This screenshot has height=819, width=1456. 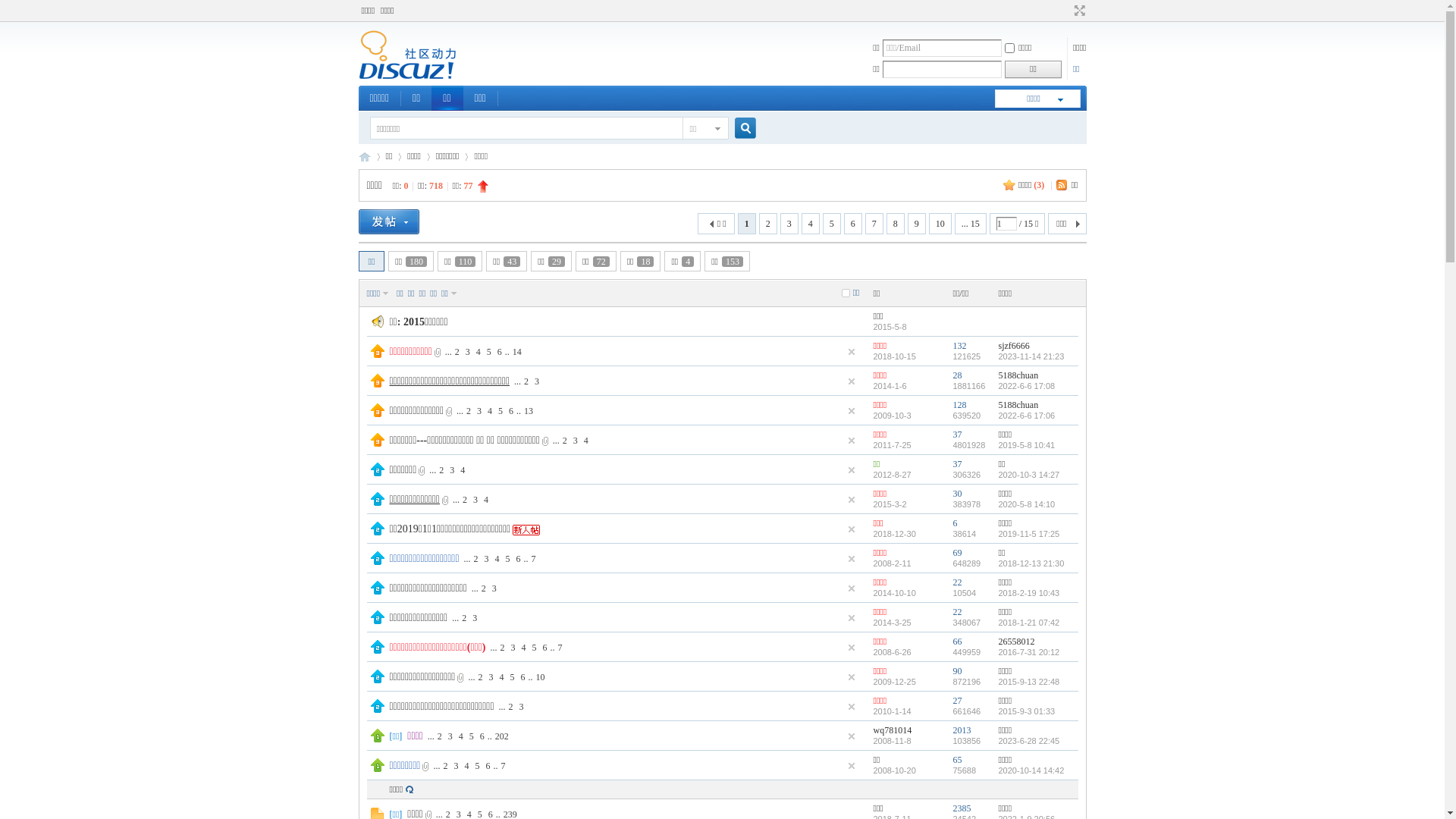 What do you see at coordinates (1018, 375) in the screenshot?
I see `'5188chuan'` at bounding box center [1018, 375].